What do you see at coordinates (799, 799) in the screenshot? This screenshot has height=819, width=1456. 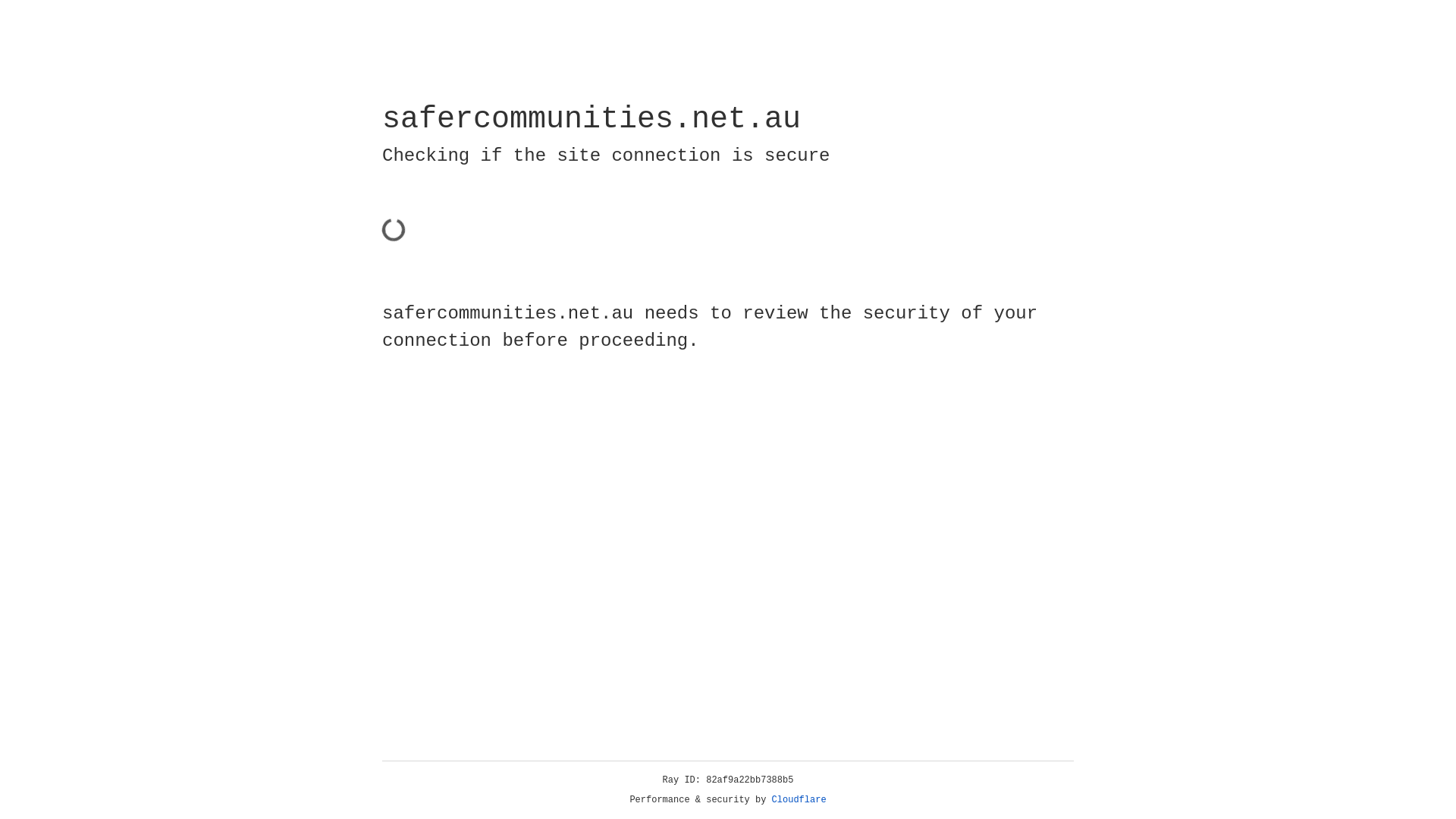 I see `'Cloudflare'` at bounding box center [799, 799].